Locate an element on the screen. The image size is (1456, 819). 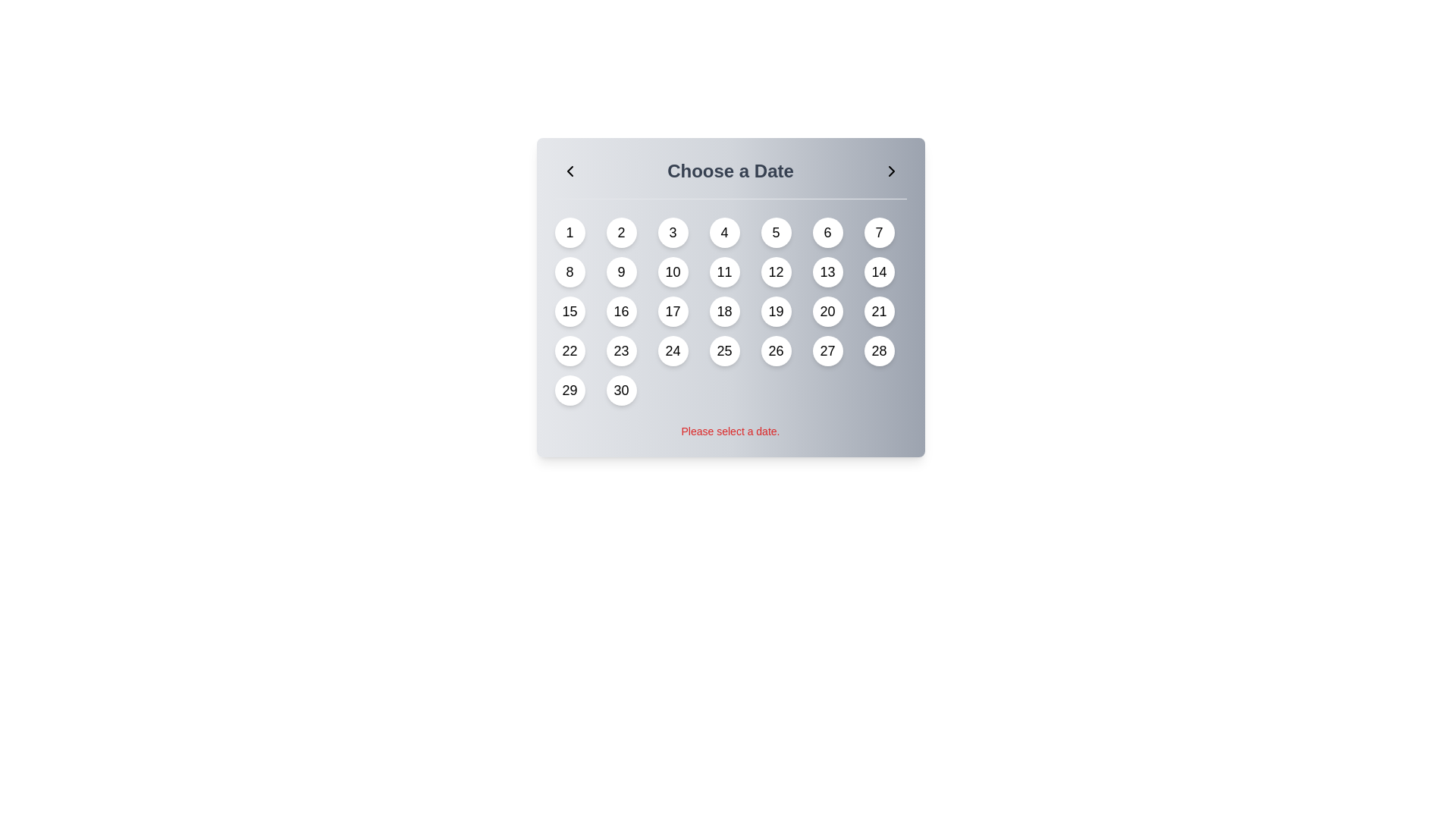
the round button displaying '11' is located at coordinates (723, 271).